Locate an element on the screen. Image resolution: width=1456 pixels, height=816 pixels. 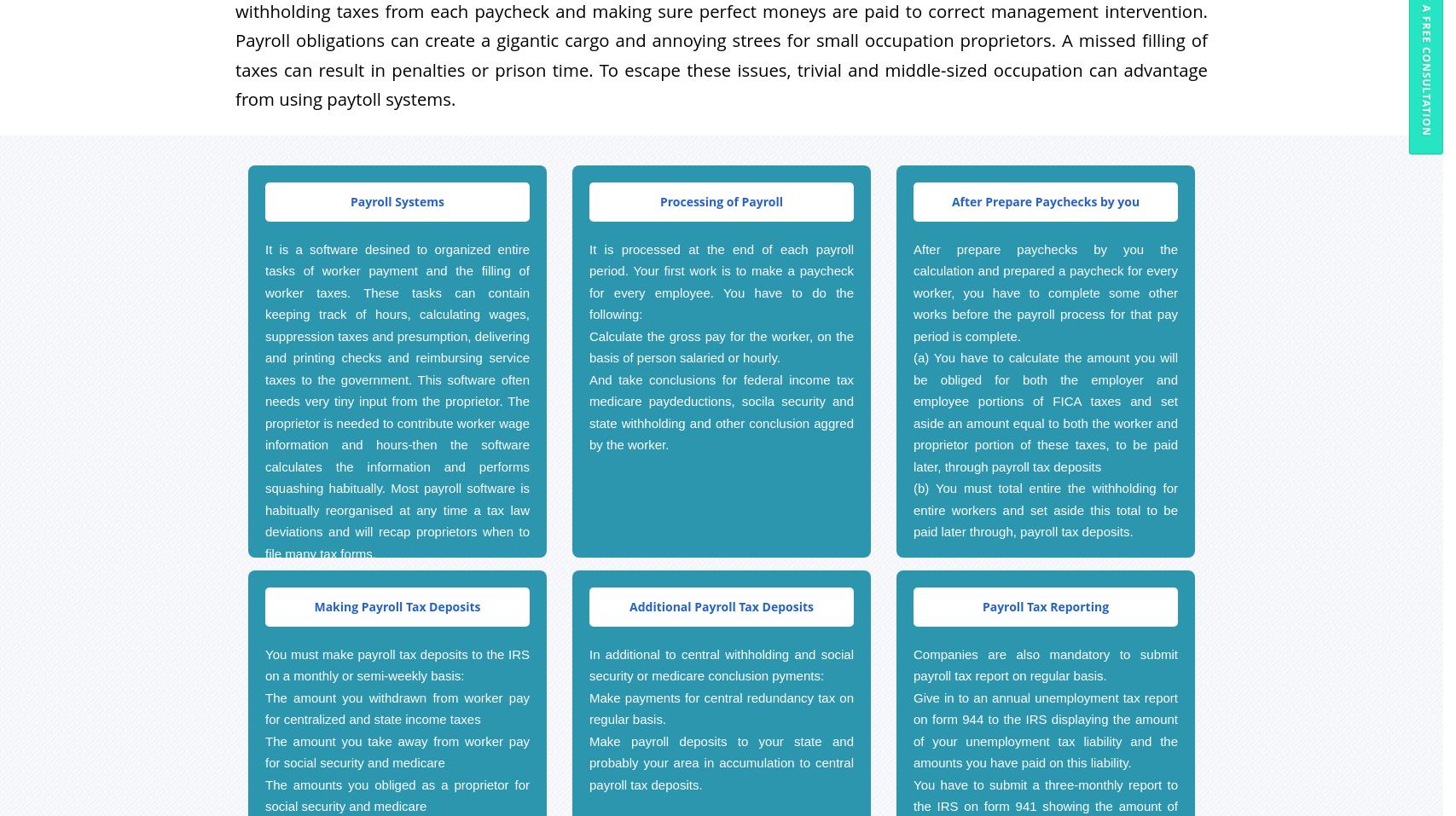
'In additional to central withholding and social security or medicare conclusion pyments:' is located at coordinates (721, 663).